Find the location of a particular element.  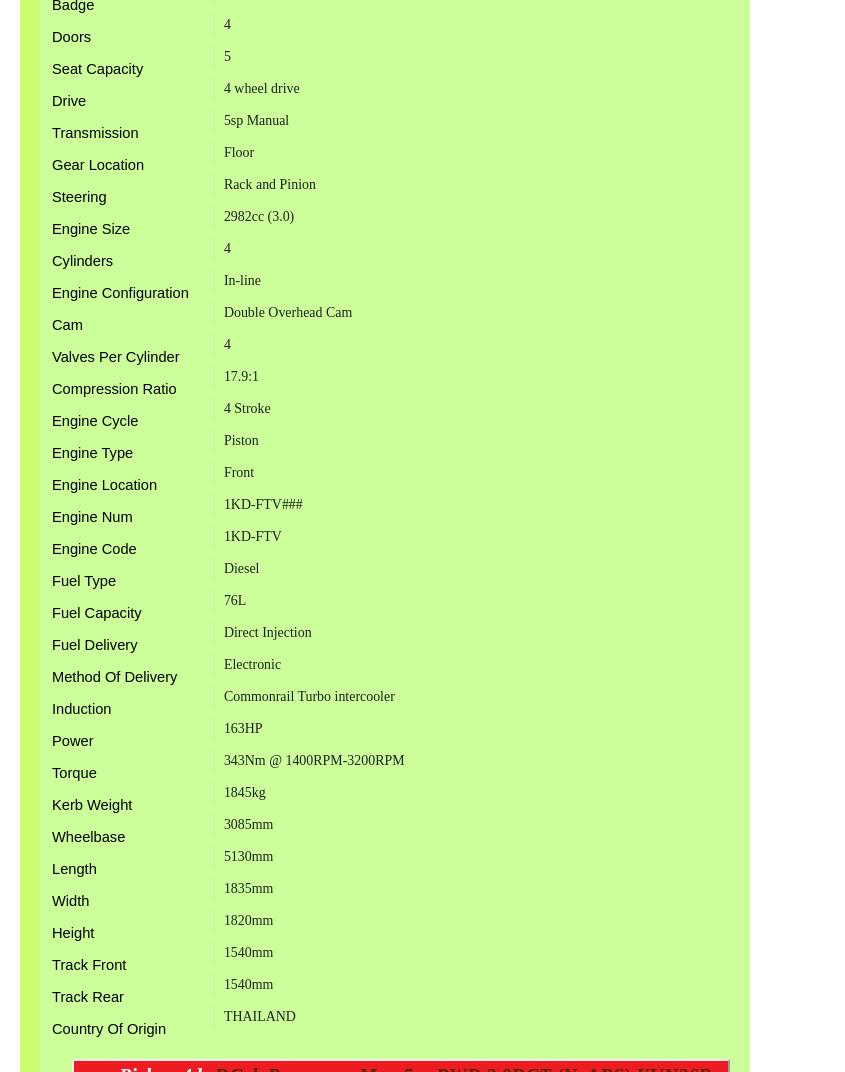

'Fuel Delivery' is located at coordinates (94, 643).